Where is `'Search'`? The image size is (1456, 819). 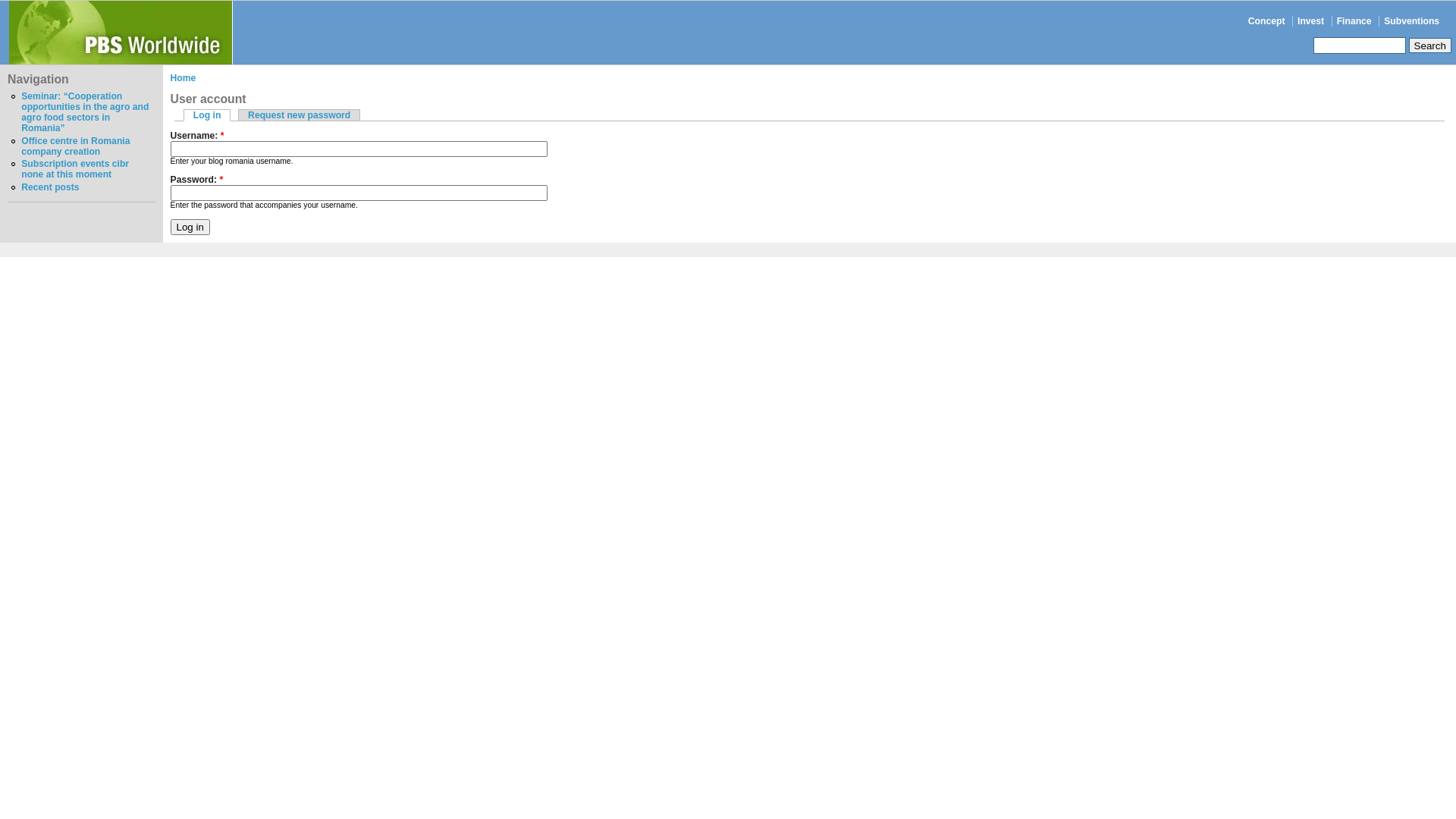 'Search' is located at coordinates (1429, 45).